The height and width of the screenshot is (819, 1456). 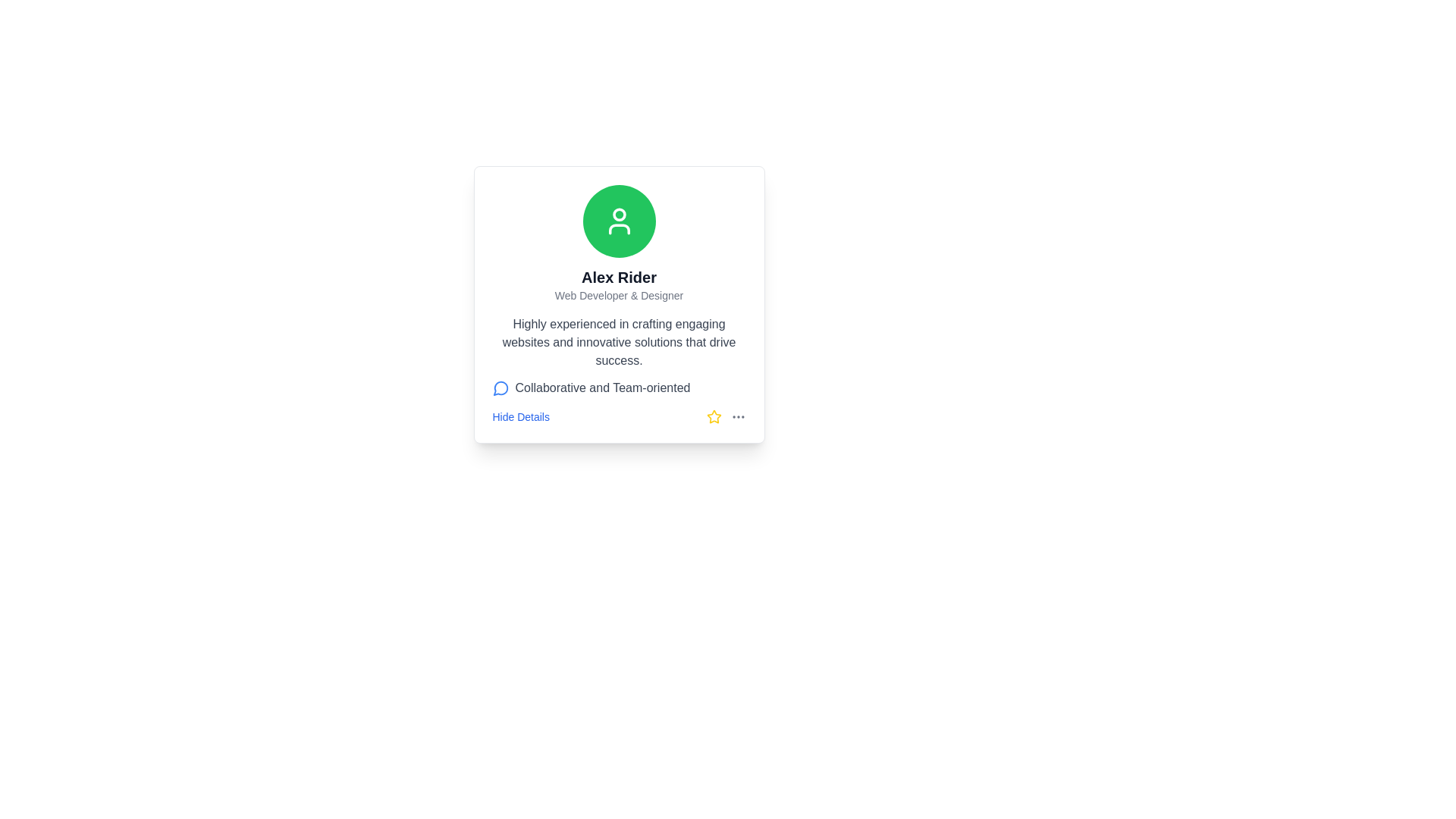 What do you see at coordinates (713, 416) in the screenshot?
I see `the star icon, which is a yellow five-pointed star with a hollow center located at the bottom-right corner of the user profile card` at bounding box center [713, 416].